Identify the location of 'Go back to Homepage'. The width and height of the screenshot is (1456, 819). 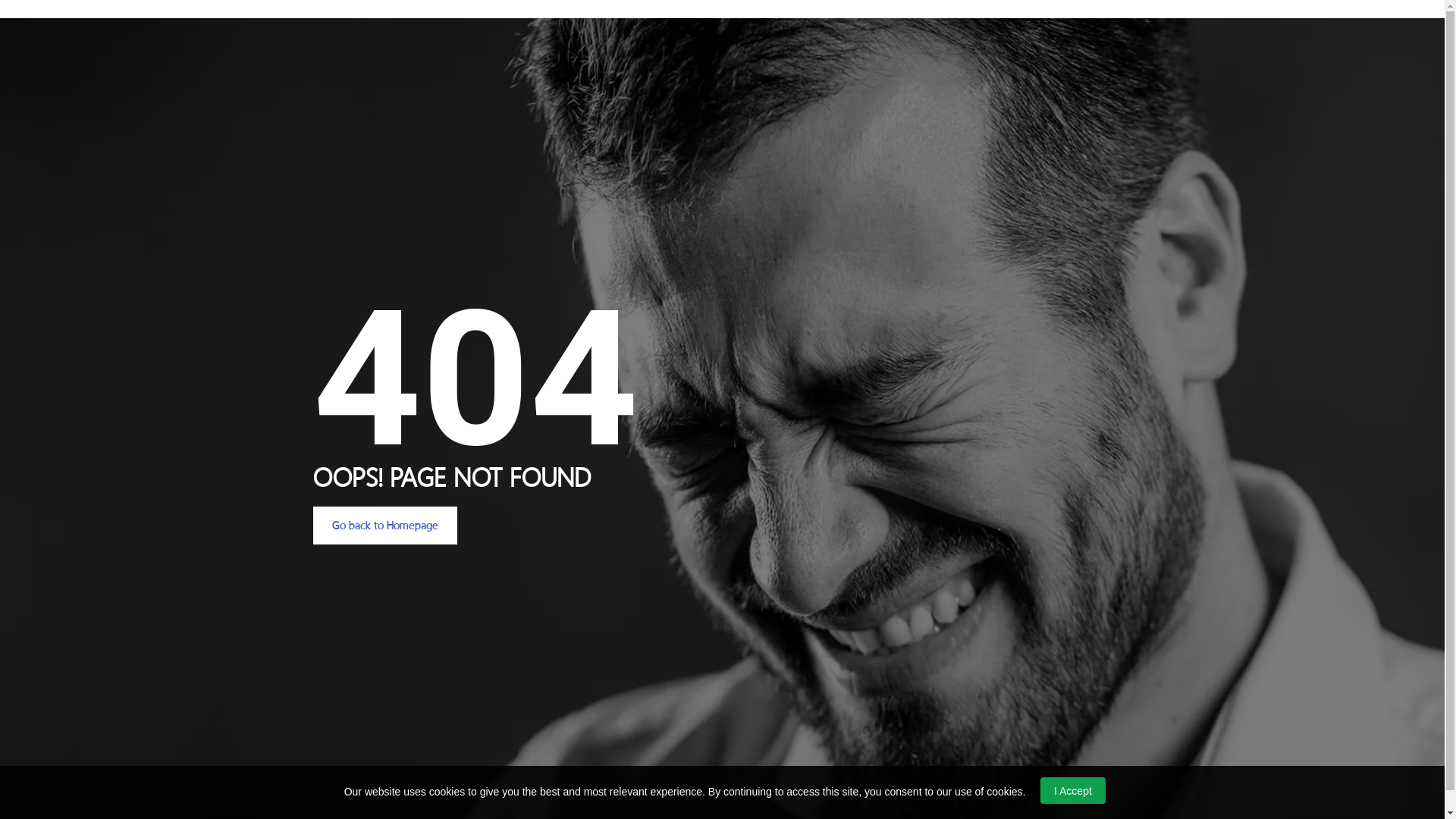
(312, 525).